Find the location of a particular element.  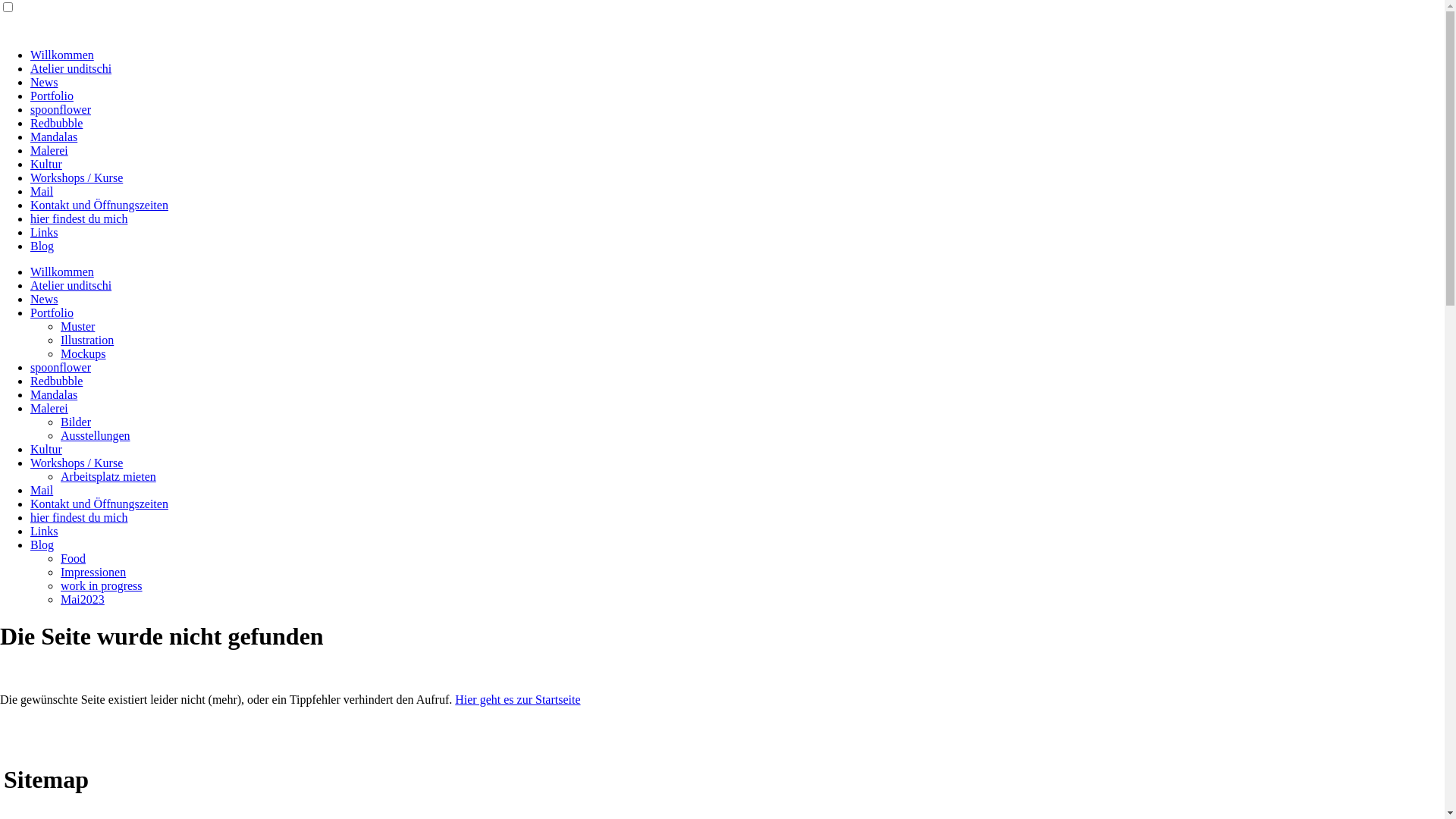

'Links' is located at coordinates (43, 530).